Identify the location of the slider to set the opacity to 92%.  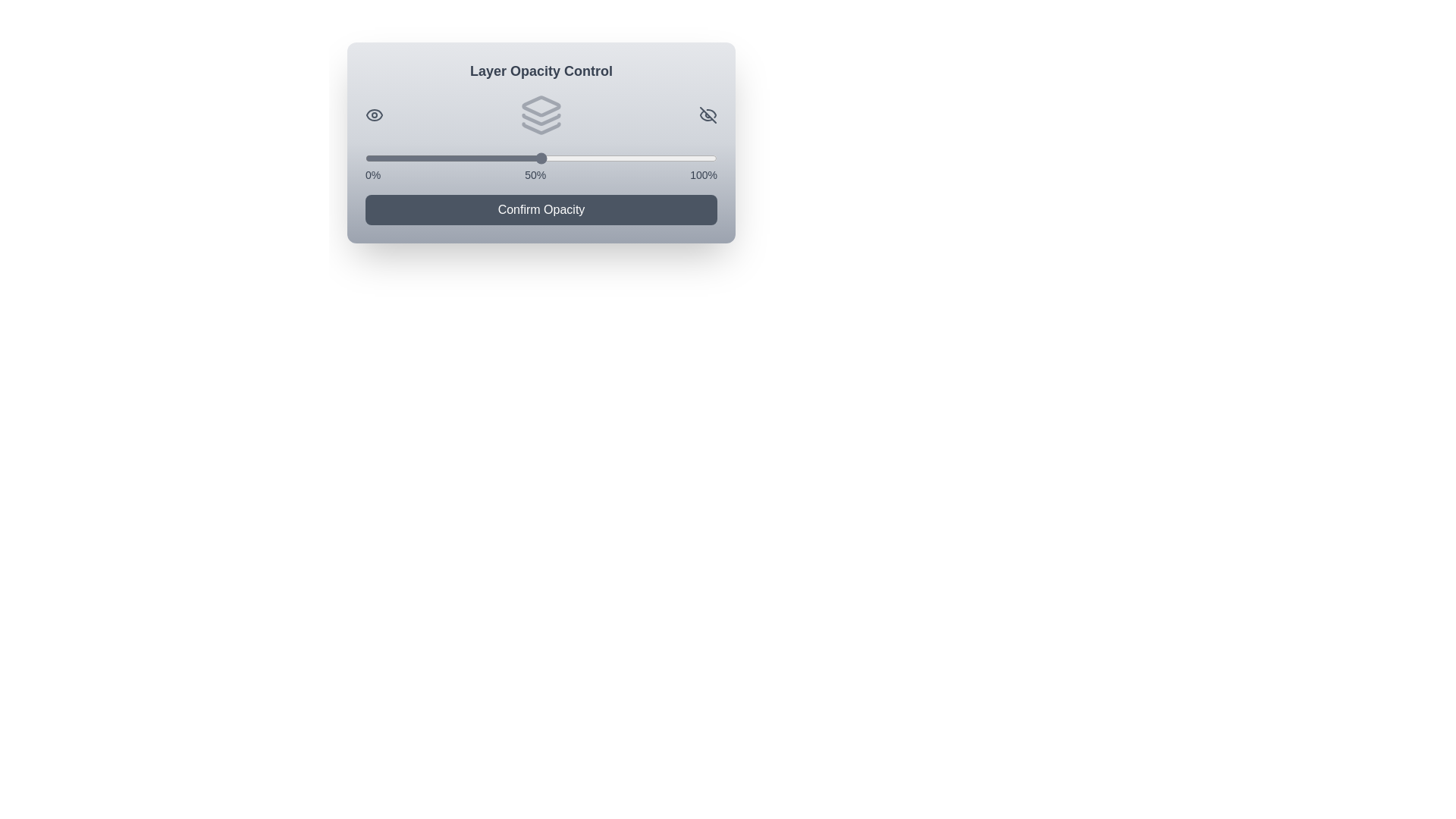
(688, 158).